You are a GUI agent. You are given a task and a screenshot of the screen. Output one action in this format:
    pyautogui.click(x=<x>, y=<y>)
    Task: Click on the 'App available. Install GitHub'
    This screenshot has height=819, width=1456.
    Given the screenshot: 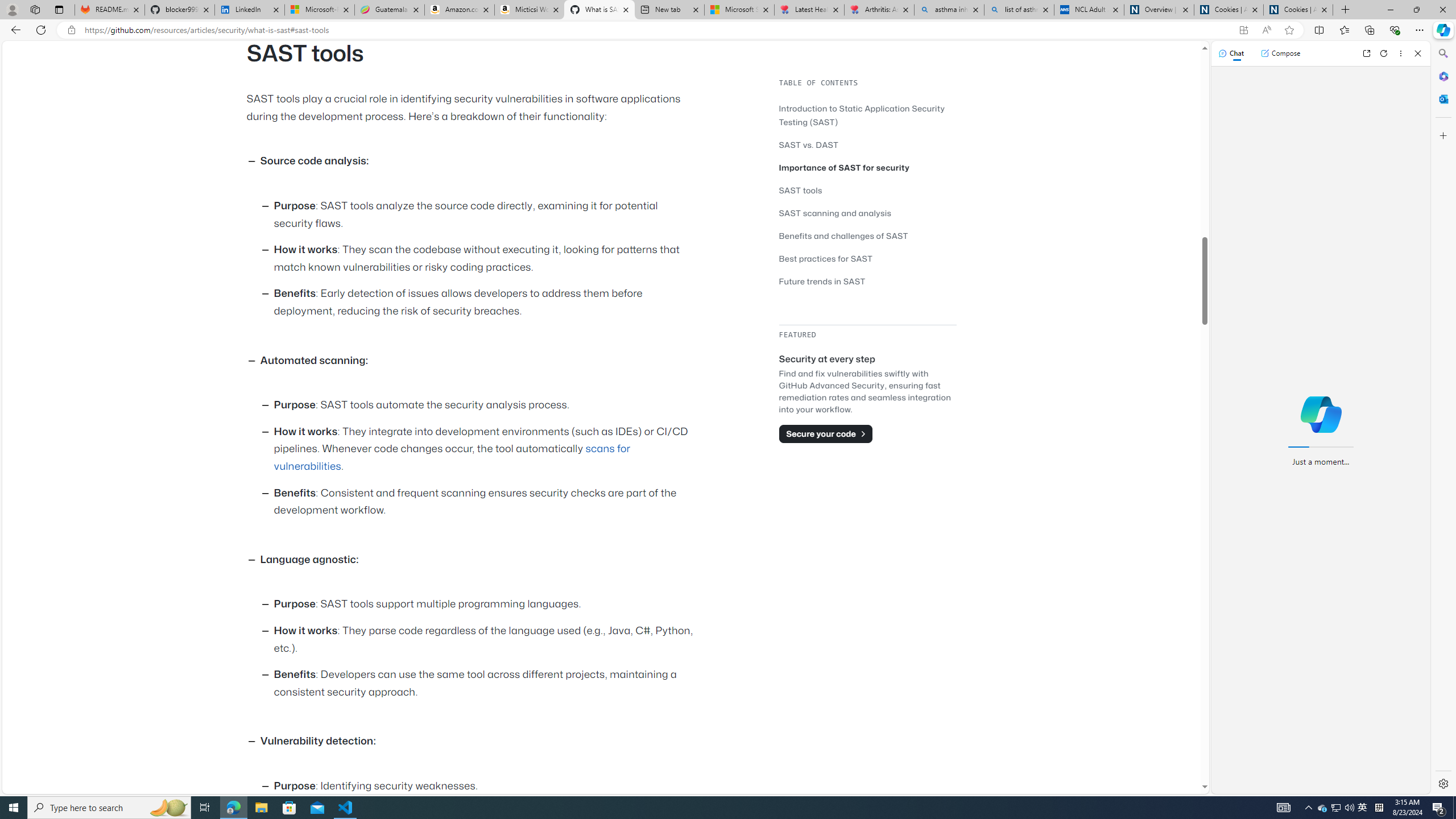 What is the action you would take?
    pyautogui.click(x=1243, y=30)
    